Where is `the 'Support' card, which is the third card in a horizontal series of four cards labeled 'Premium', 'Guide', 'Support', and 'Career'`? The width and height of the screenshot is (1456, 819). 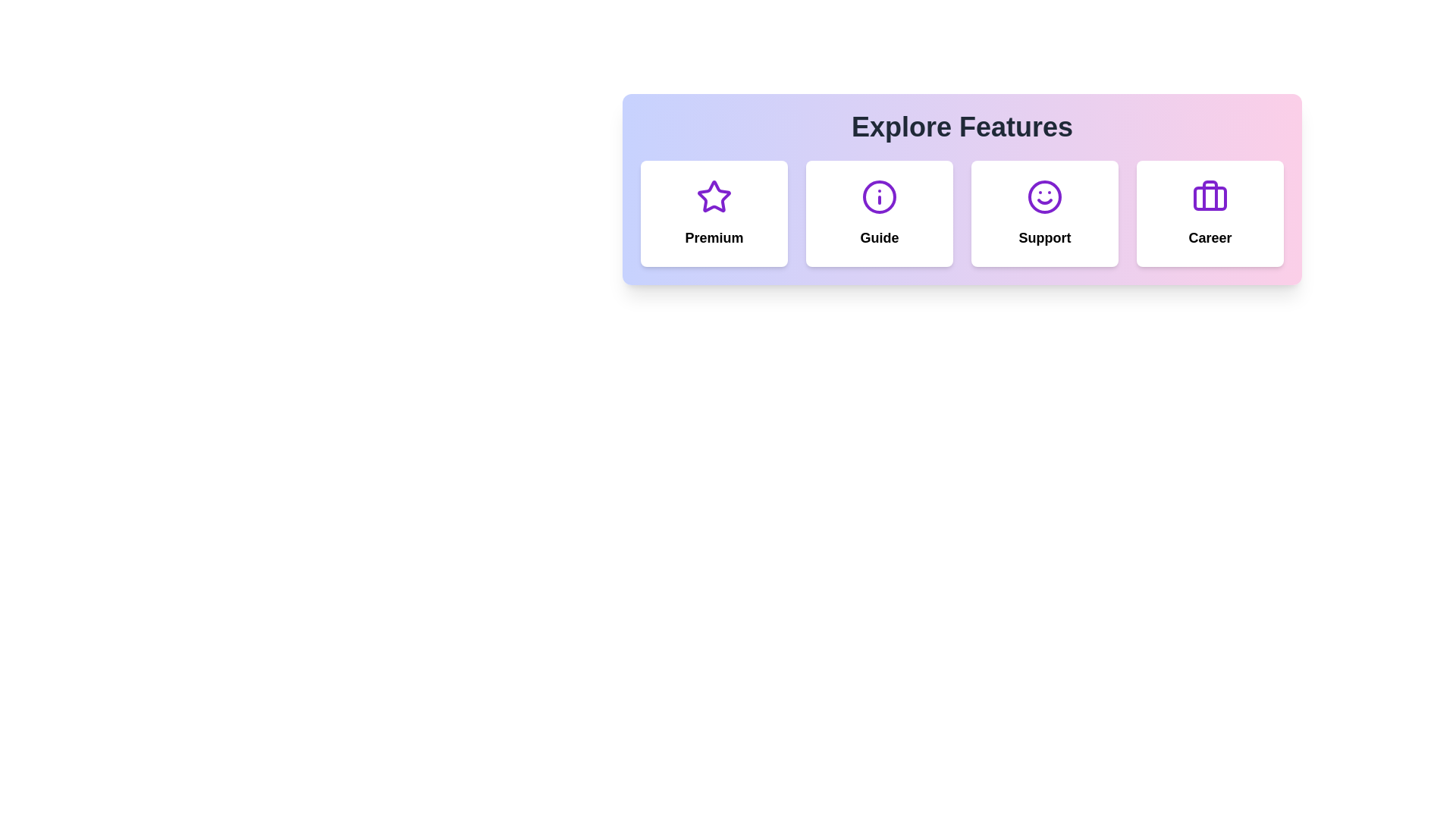
the 'Support' card, which is the third card in a horizontal series of four cards labeled 'Premium', 'Guide', 'Support', and 'Career' is located at coordinates (1043, 213).